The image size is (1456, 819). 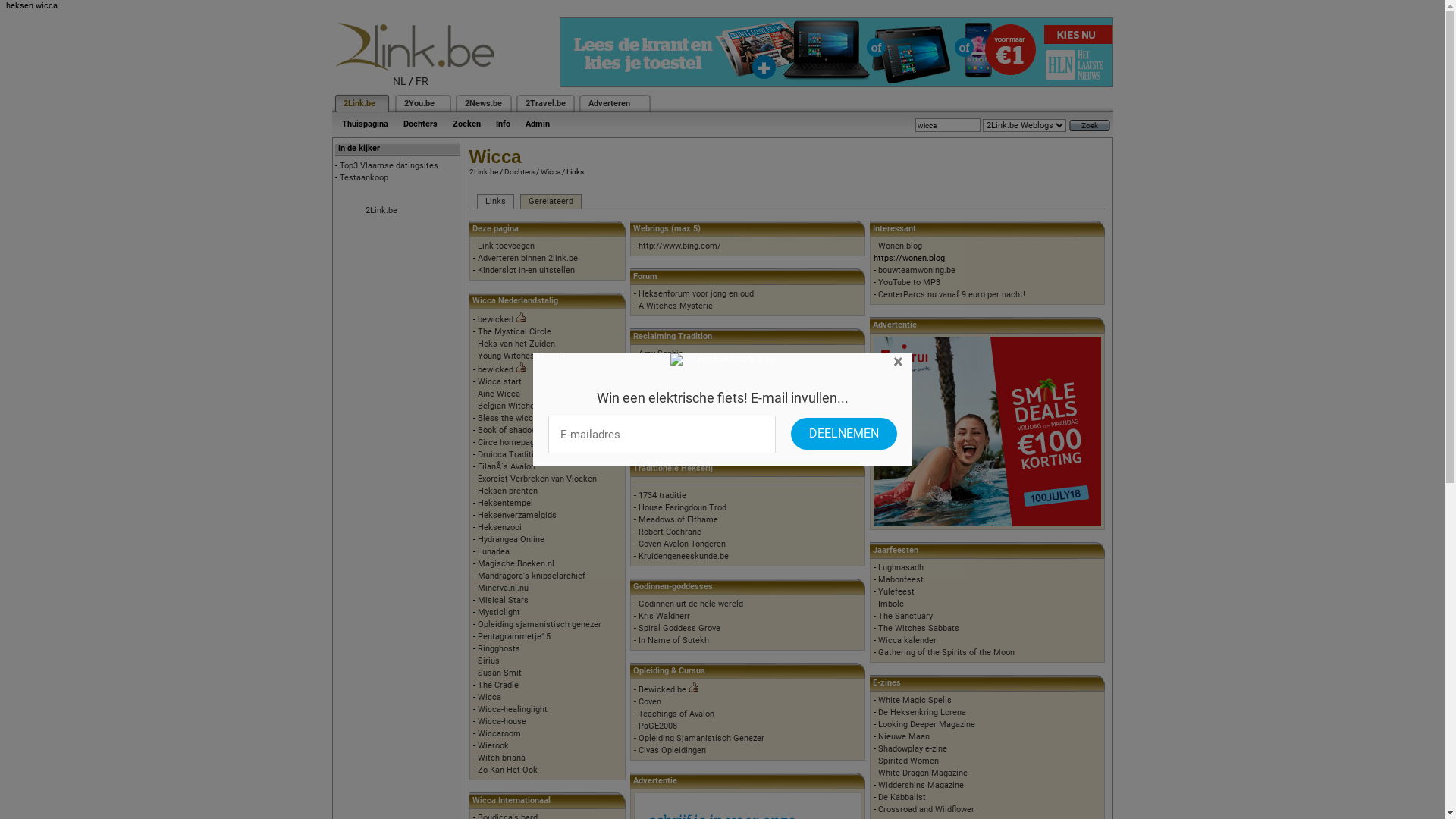 I want to click on 'Bewicked.be', so click(x=662, y=689).